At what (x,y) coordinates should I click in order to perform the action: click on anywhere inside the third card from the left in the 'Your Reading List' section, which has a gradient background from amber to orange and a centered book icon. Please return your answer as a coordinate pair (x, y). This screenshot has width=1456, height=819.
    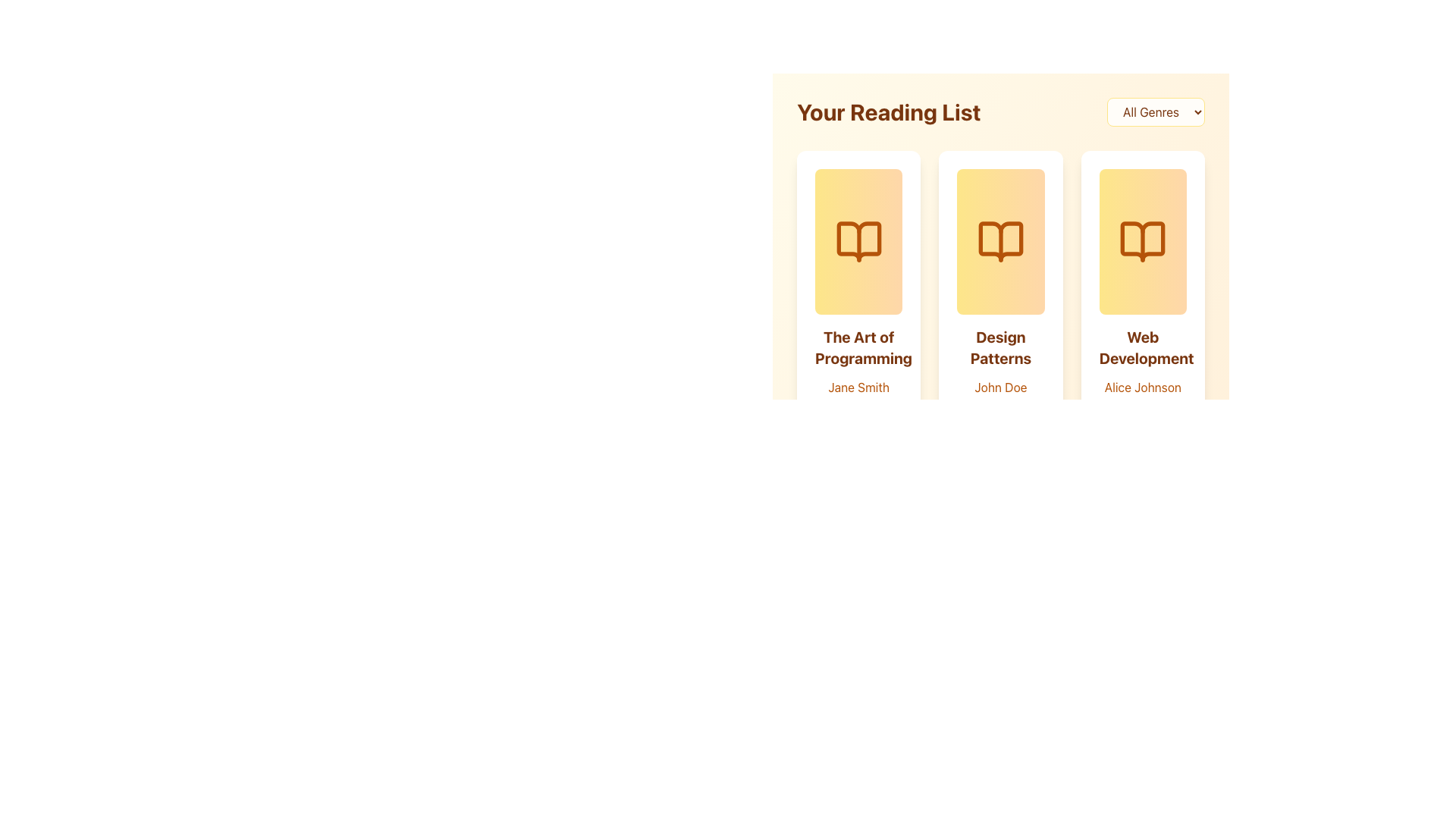
    Looking at the image, I should click on (1143, 241).